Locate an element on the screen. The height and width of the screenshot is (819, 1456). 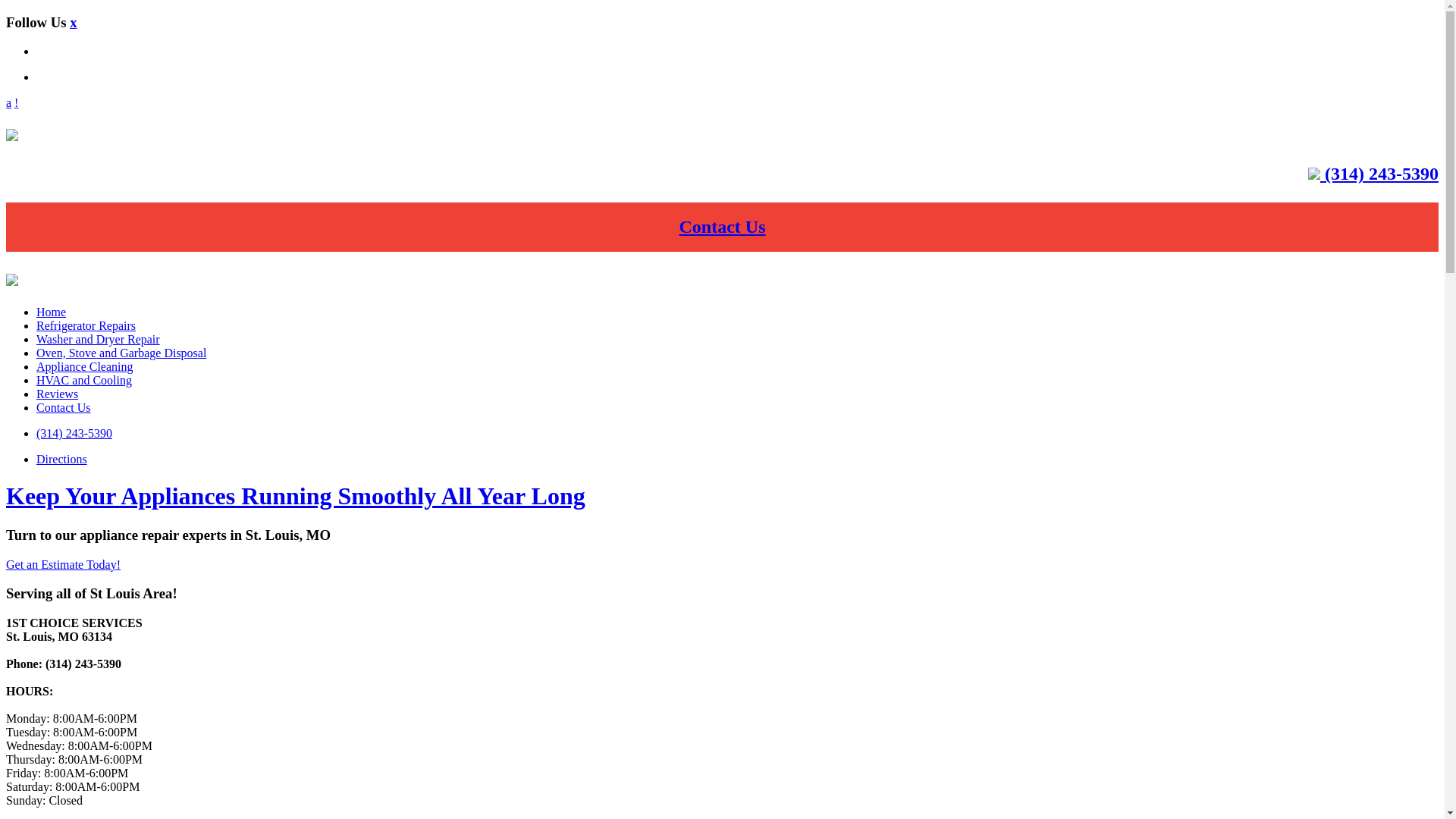
'Directions' is located at coordinates (61, 458).